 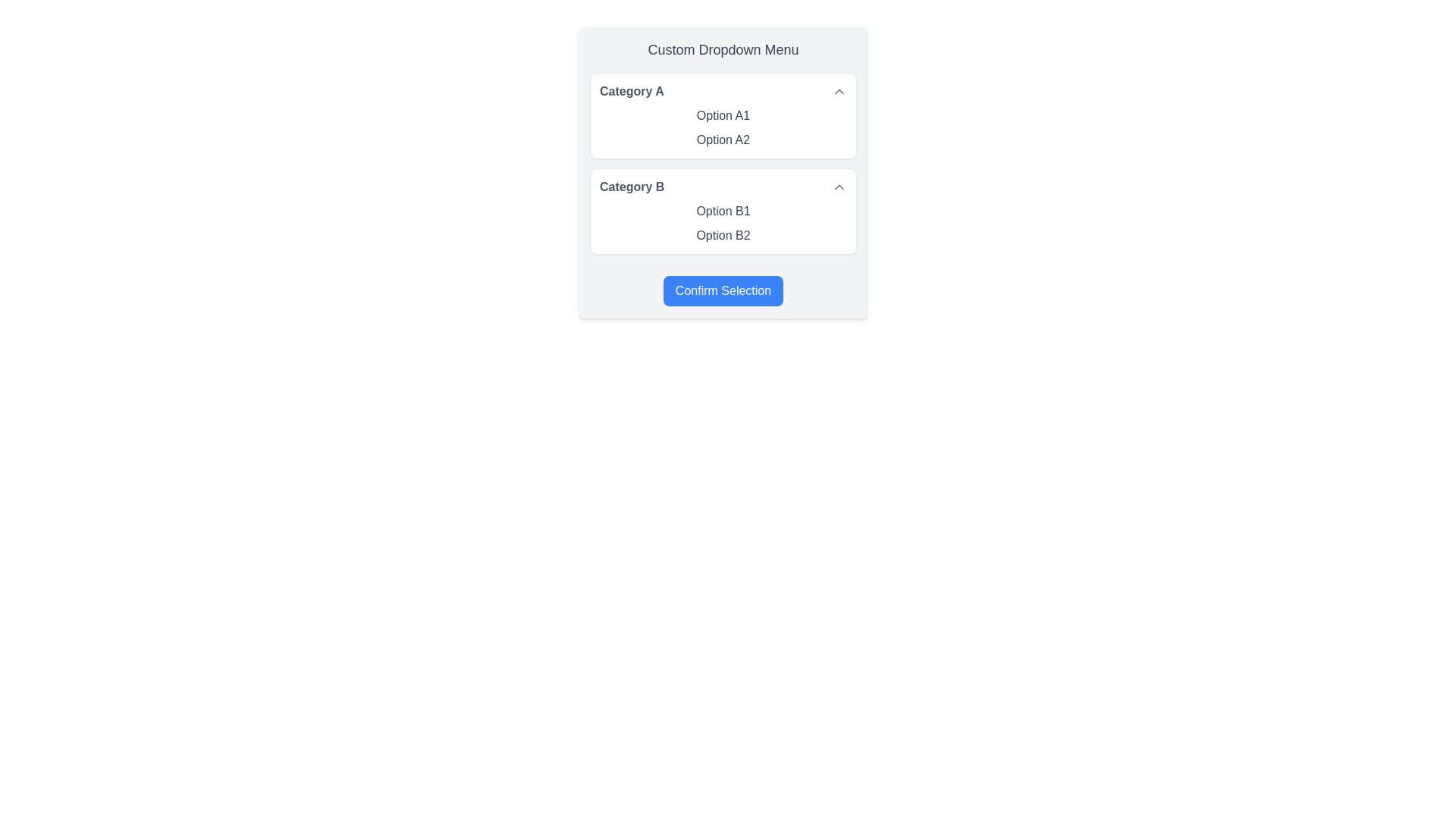 What do you see at coordinates (632, 186) in the screenshot?
I see `the 'Category B' text label in the dropdown menu, which serves as a header for related options and toggles visibility when interacted with` at bounding box center [632, 186].